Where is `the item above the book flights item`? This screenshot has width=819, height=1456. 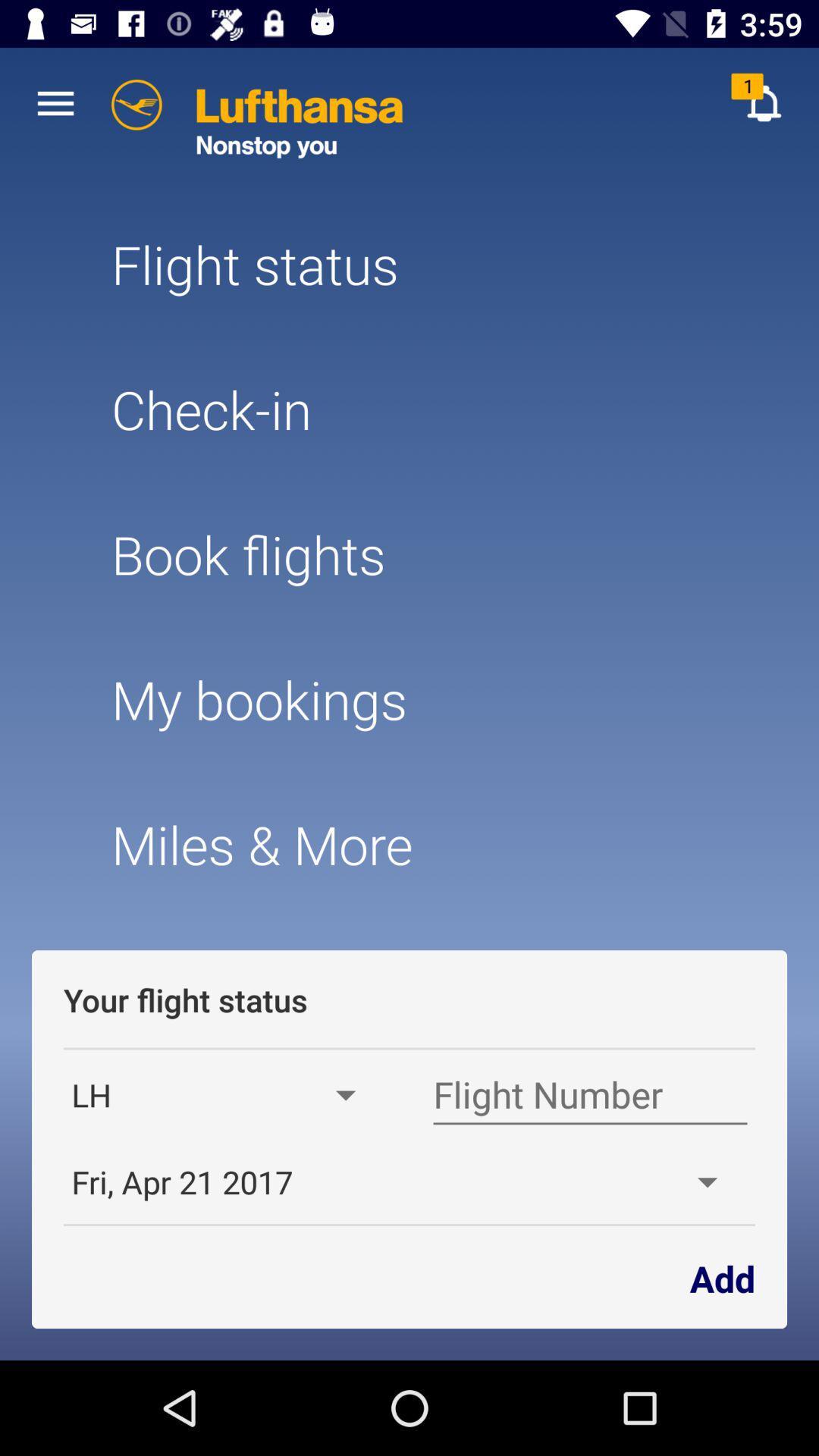
the item above the book flights item is located at coordinates (409, 409).